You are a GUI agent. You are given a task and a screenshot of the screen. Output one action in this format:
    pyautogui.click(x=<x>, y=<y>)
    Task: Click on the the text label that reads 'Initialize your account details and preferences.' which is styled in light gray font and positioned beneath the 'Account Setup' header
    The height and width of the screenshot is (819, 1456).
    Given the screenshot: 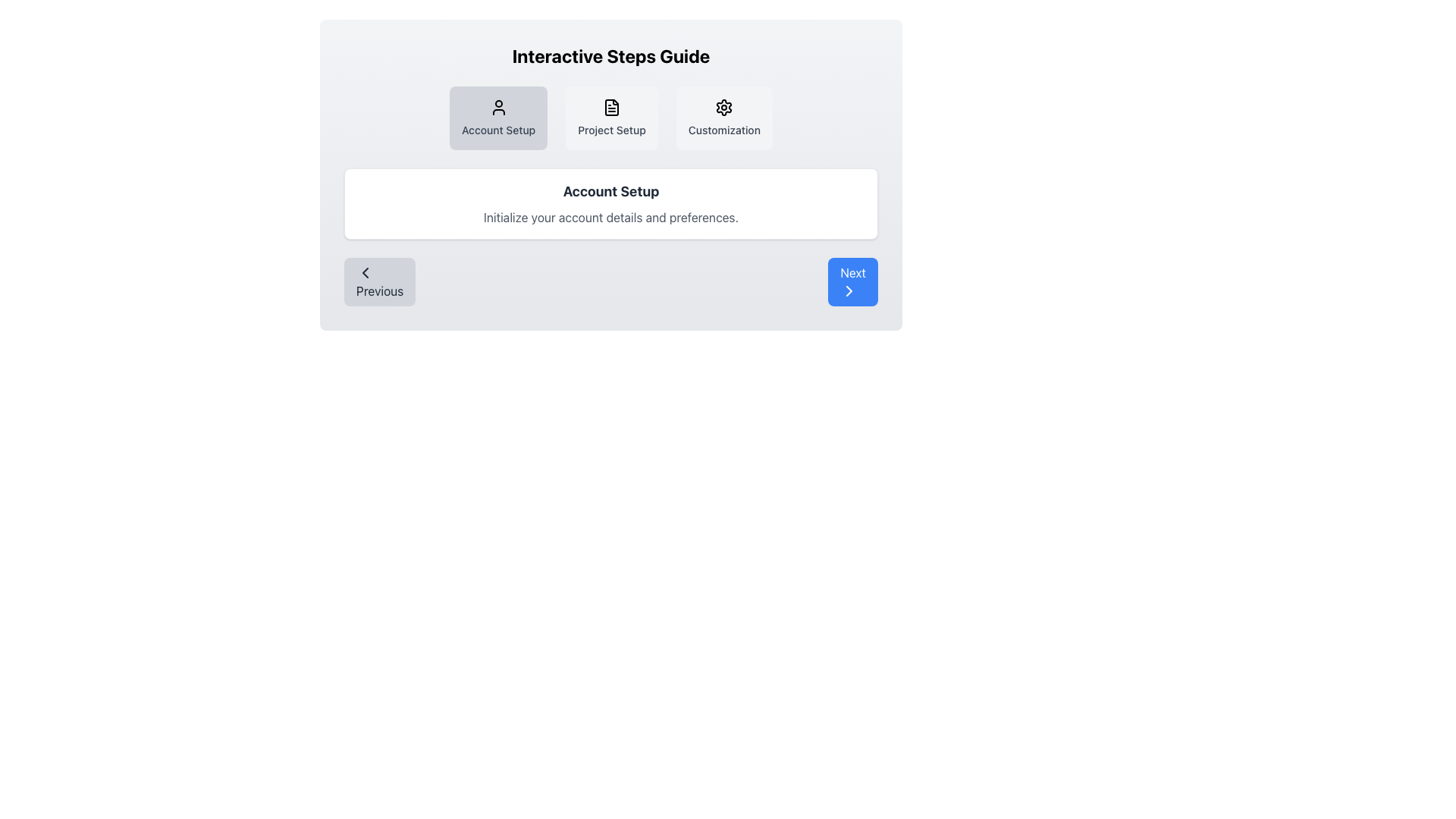 What is the action you would take?
    pyautogui.click(x=611, y=217)
    